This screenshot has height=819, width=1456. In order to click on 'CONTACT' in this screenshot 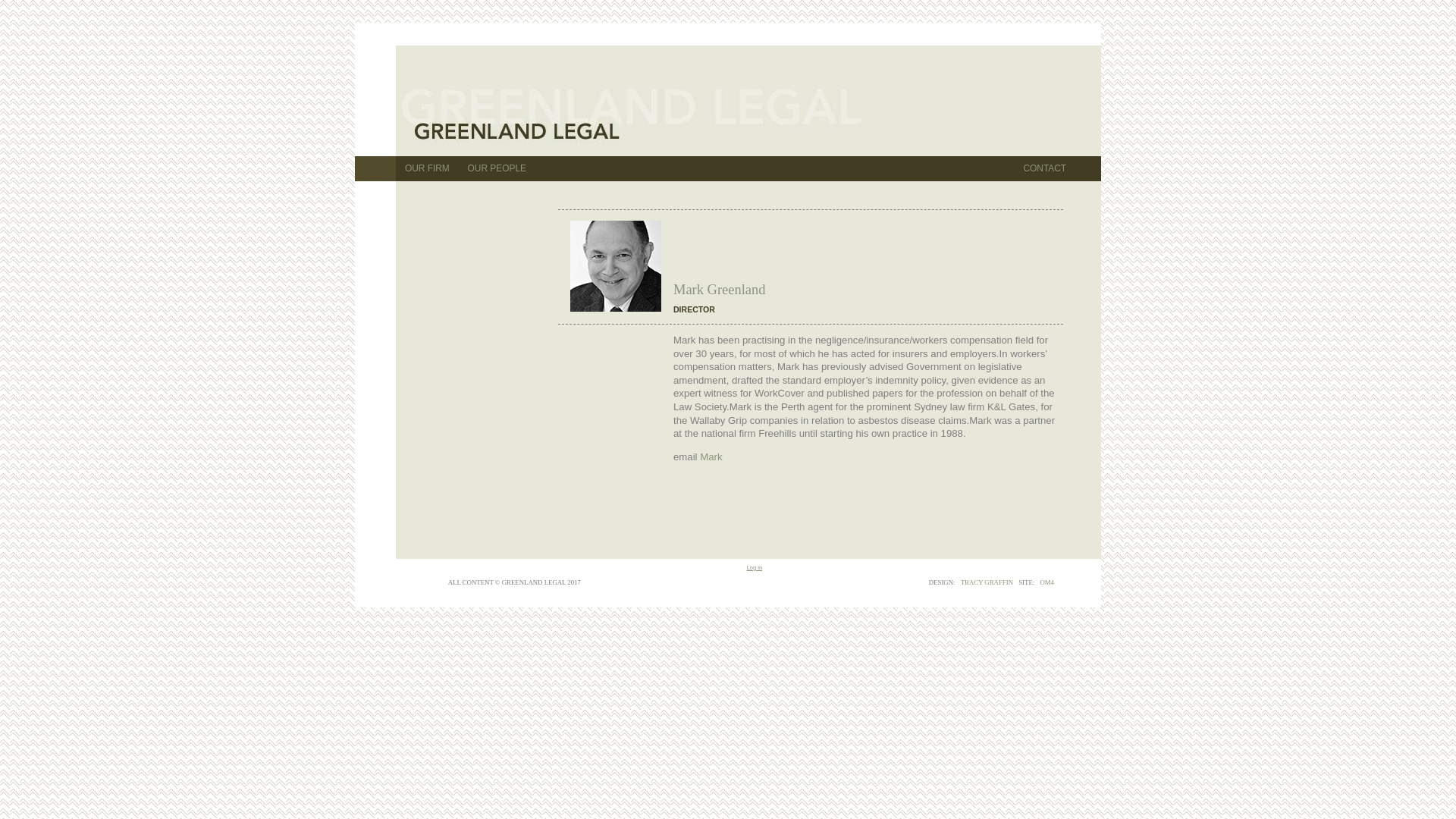, I will do `click(1043, 168)`.